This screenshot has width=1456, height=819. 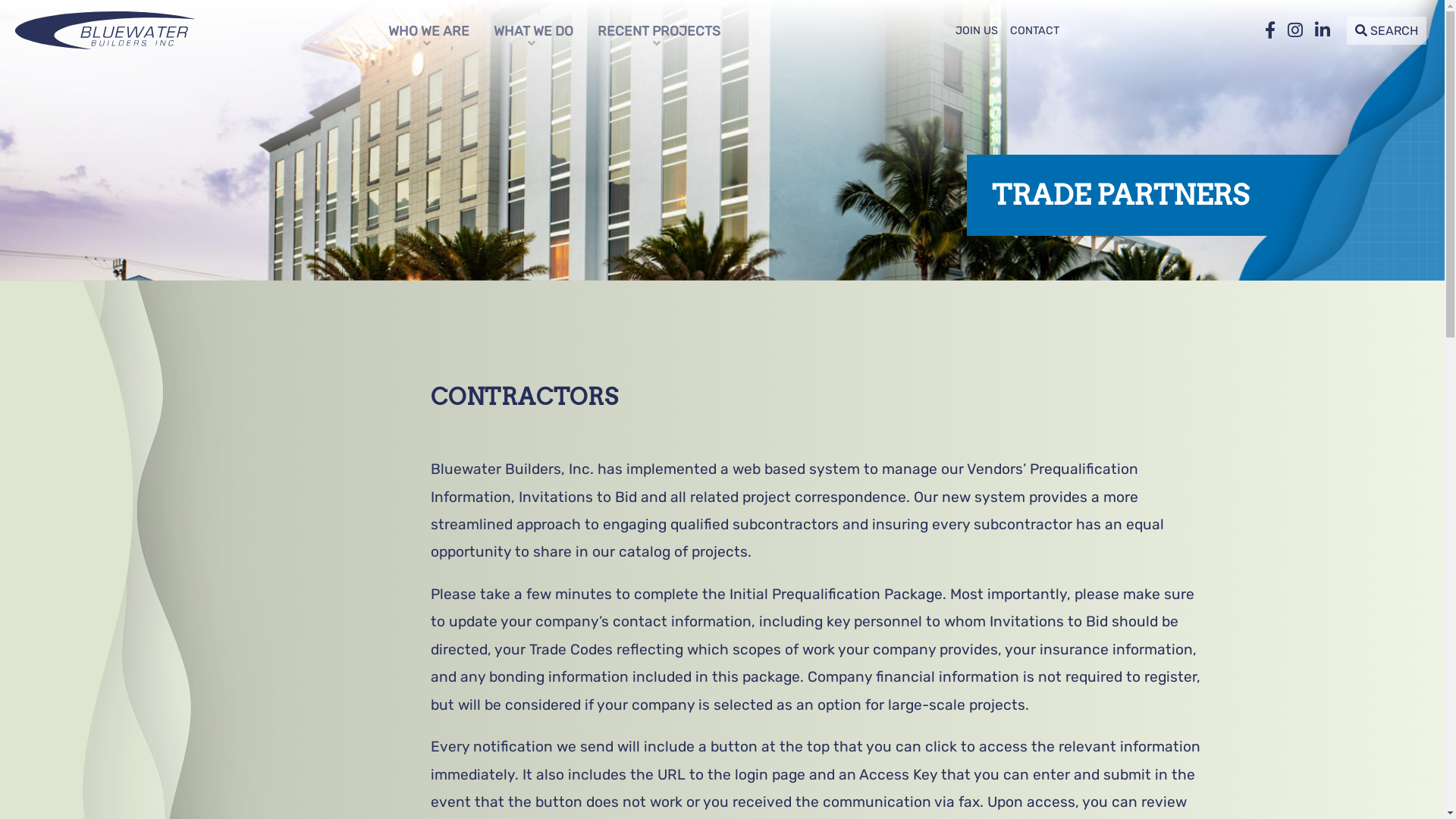 What do you see at coordinates (428, 30) in the screenshot?
I see `'WHO WE ARE'` at bounding box center [428, 30].